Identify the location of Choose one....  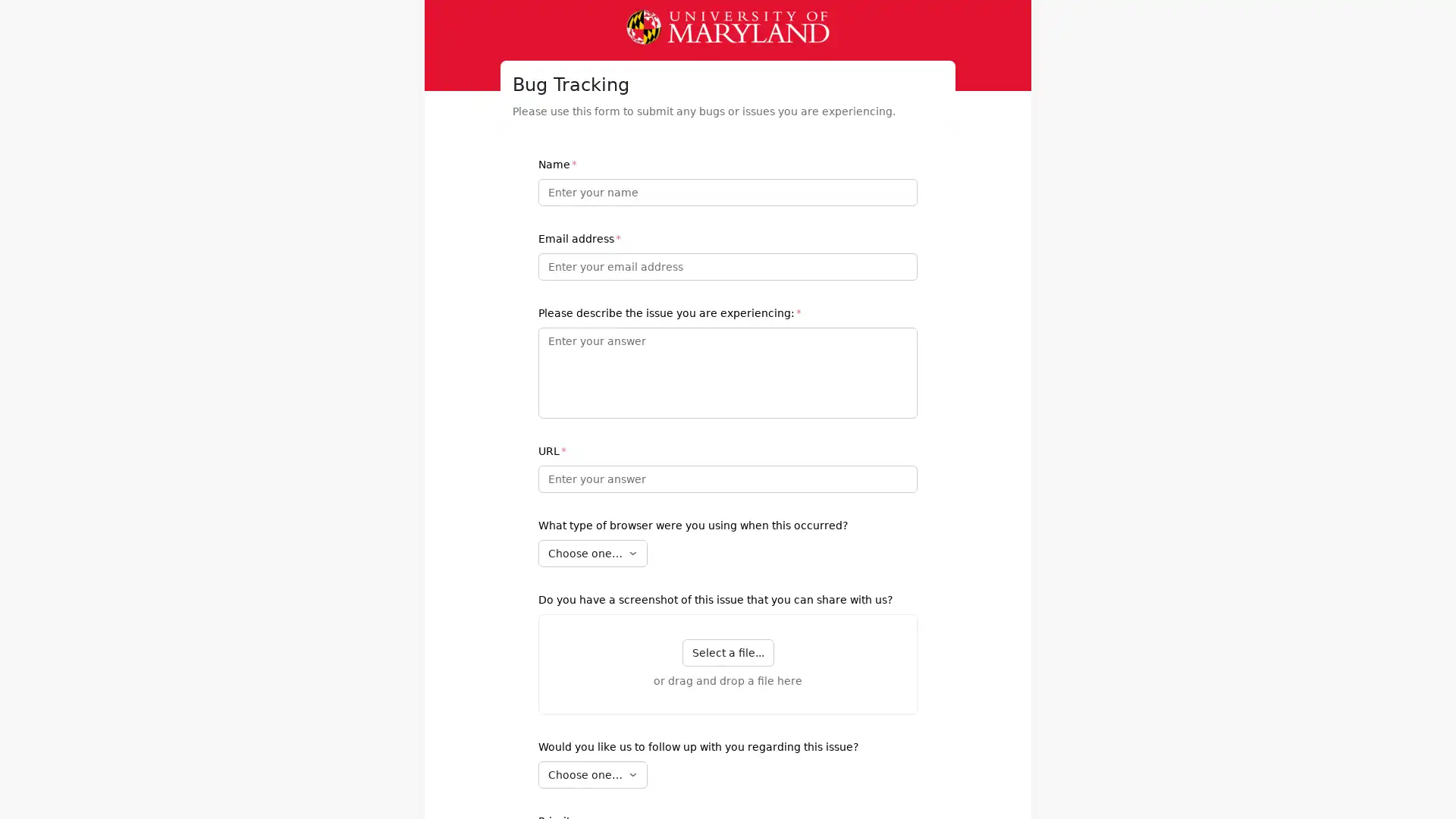
(592, 775).